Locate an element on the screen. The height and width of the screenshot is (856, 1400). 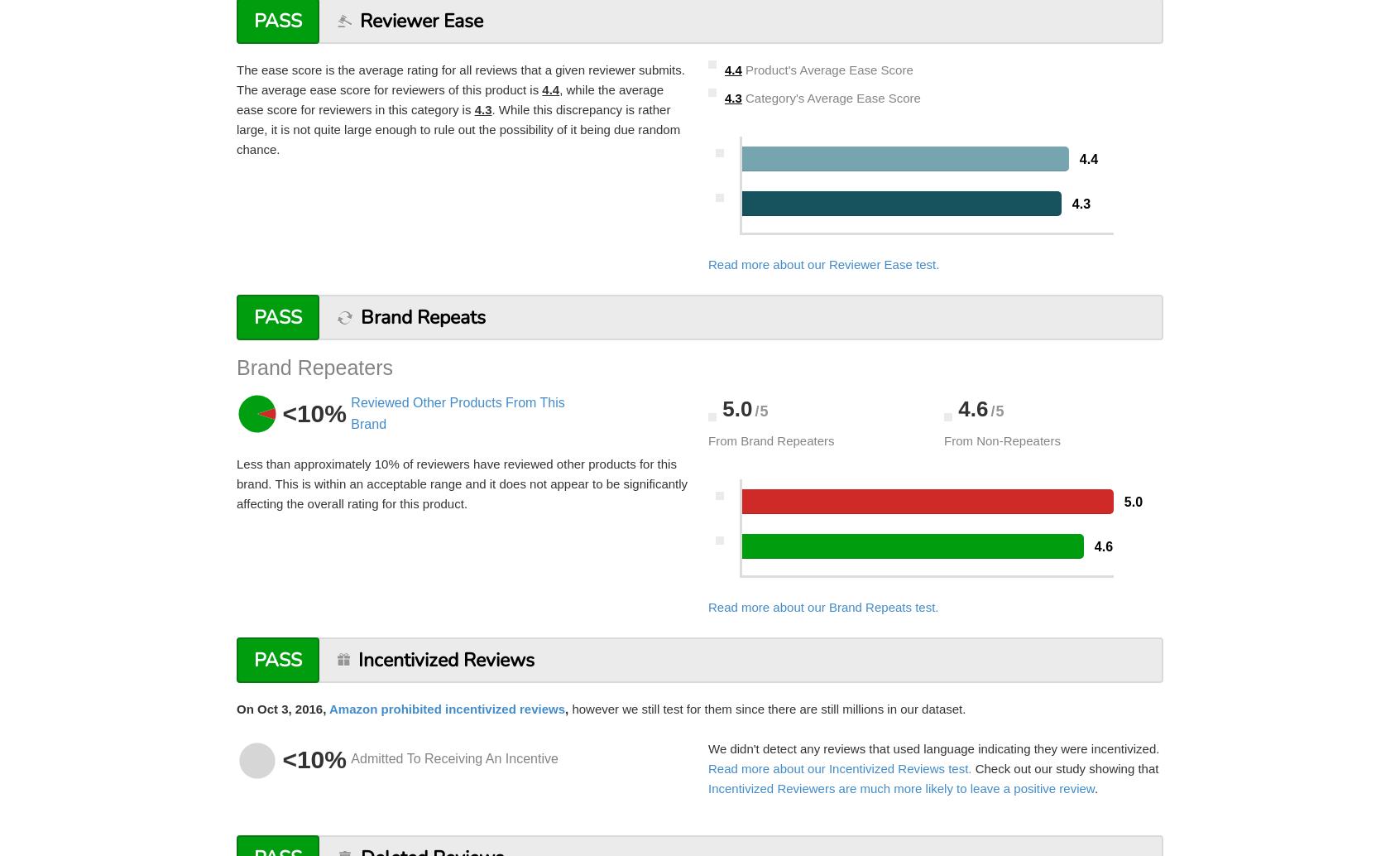
'We didn't detect any reviews that used language indicating they were incentivized.' is located at coordinates (933, 747).